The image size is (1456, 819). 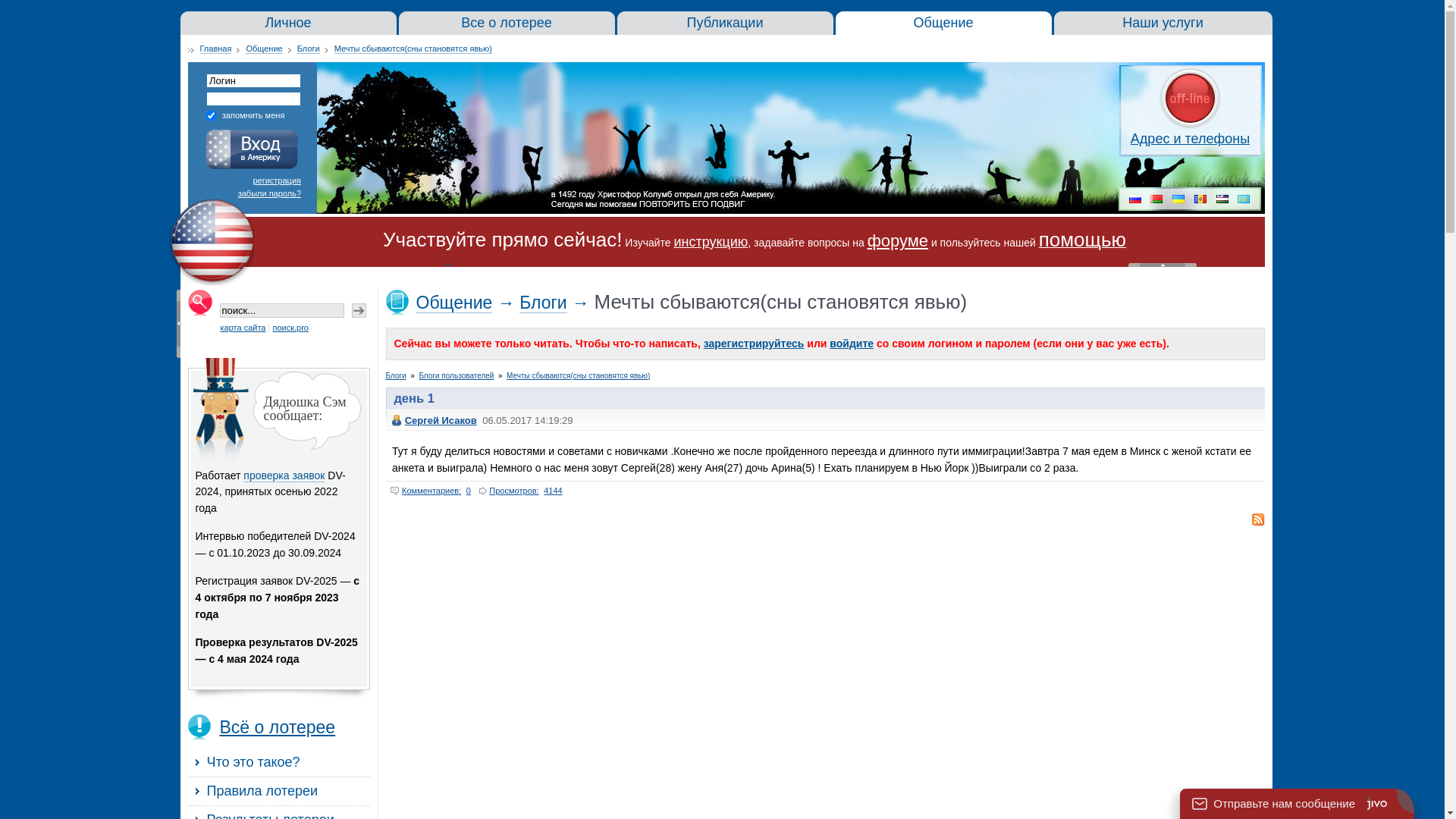 I want to click on 'ru', so click(x=1135, y=199).